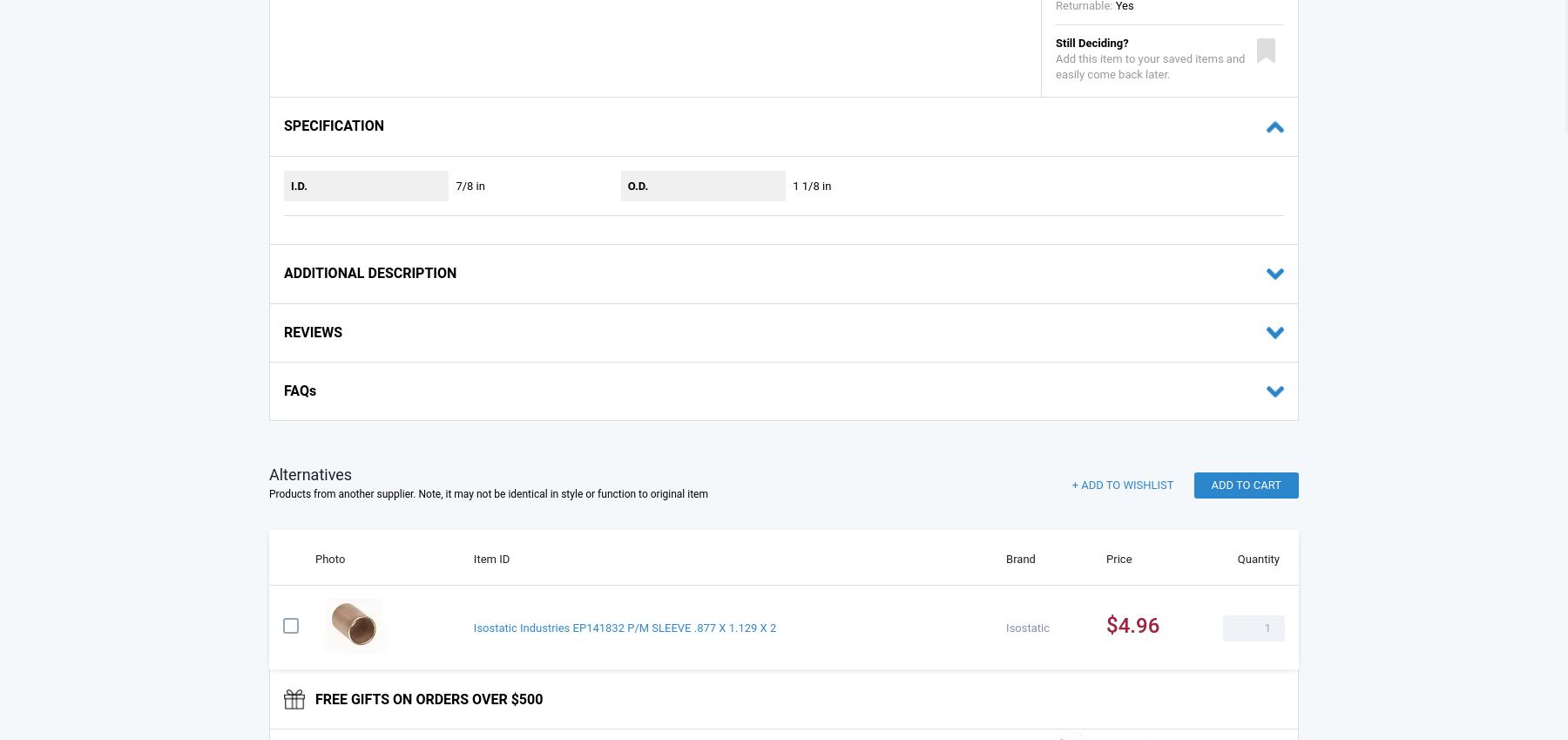 The image size is (1568, 740). Describe the element at coordinates (1150, 66) in the screenshot. I see `'Add this item to your saved items and easily come back later.'` at that location.